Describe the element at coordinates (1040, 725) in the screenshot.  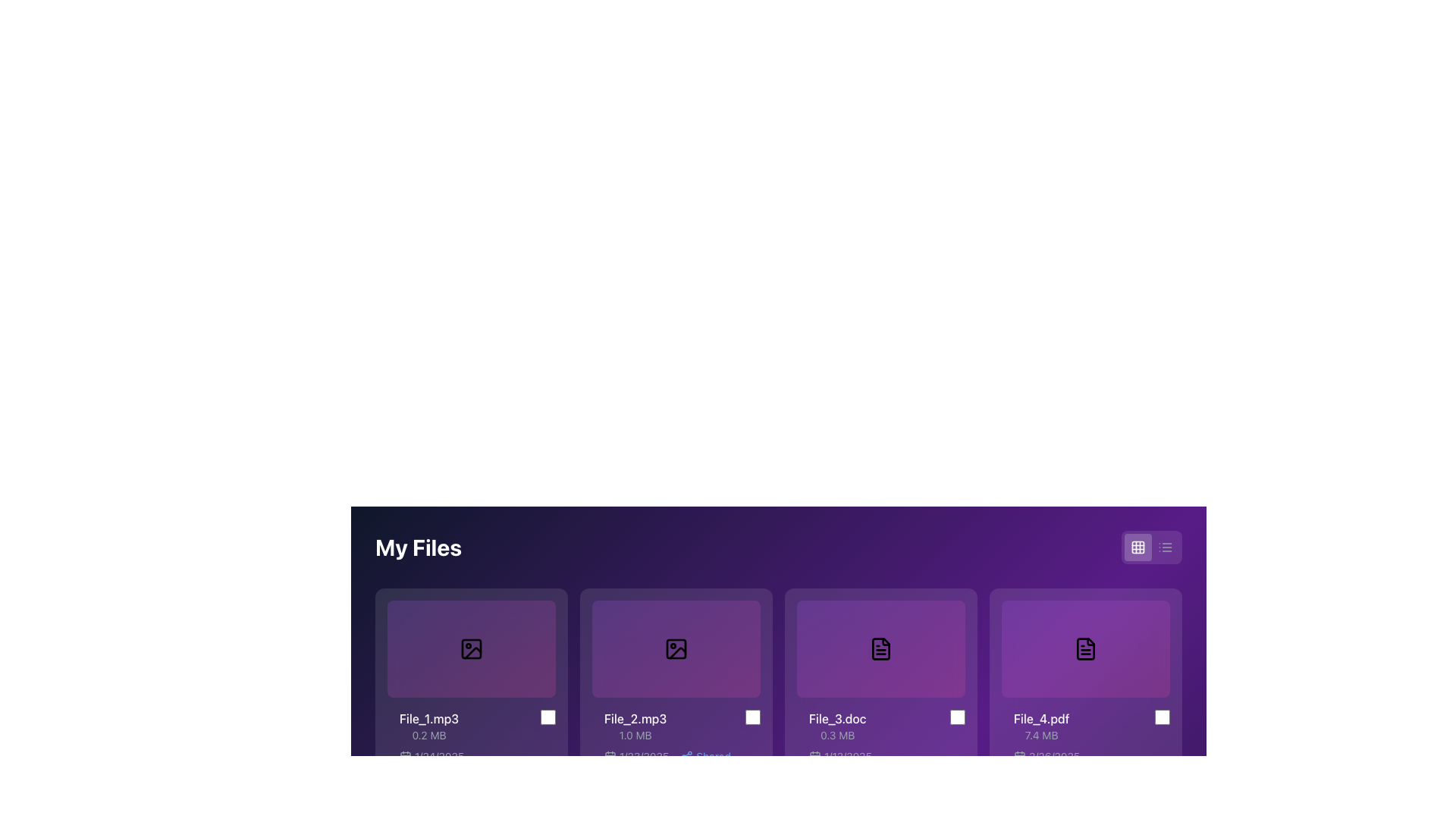
I see `displayed text from the text label showing 'File_4.pdf' and '7.4 MB' on a purple background, located at the bottom-right area of the fourth file card` at that location.